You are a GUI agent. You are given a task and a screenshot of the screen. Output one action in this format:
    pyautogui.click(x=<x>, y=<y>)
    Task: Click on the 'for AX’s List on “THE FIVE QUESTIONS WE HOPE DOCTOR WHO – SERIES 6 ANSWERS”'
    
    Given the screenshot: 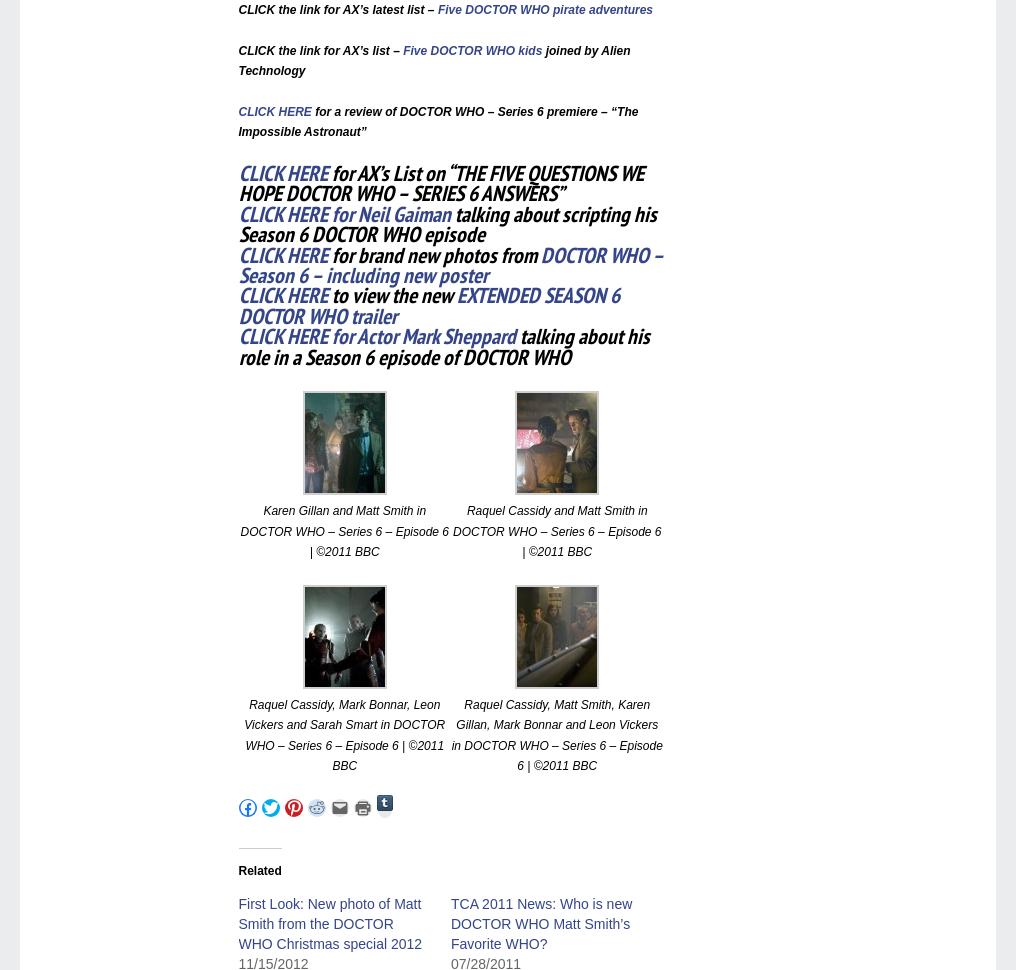 What is the action you would take?
    pyautogui.click(x=439, y=182)
    